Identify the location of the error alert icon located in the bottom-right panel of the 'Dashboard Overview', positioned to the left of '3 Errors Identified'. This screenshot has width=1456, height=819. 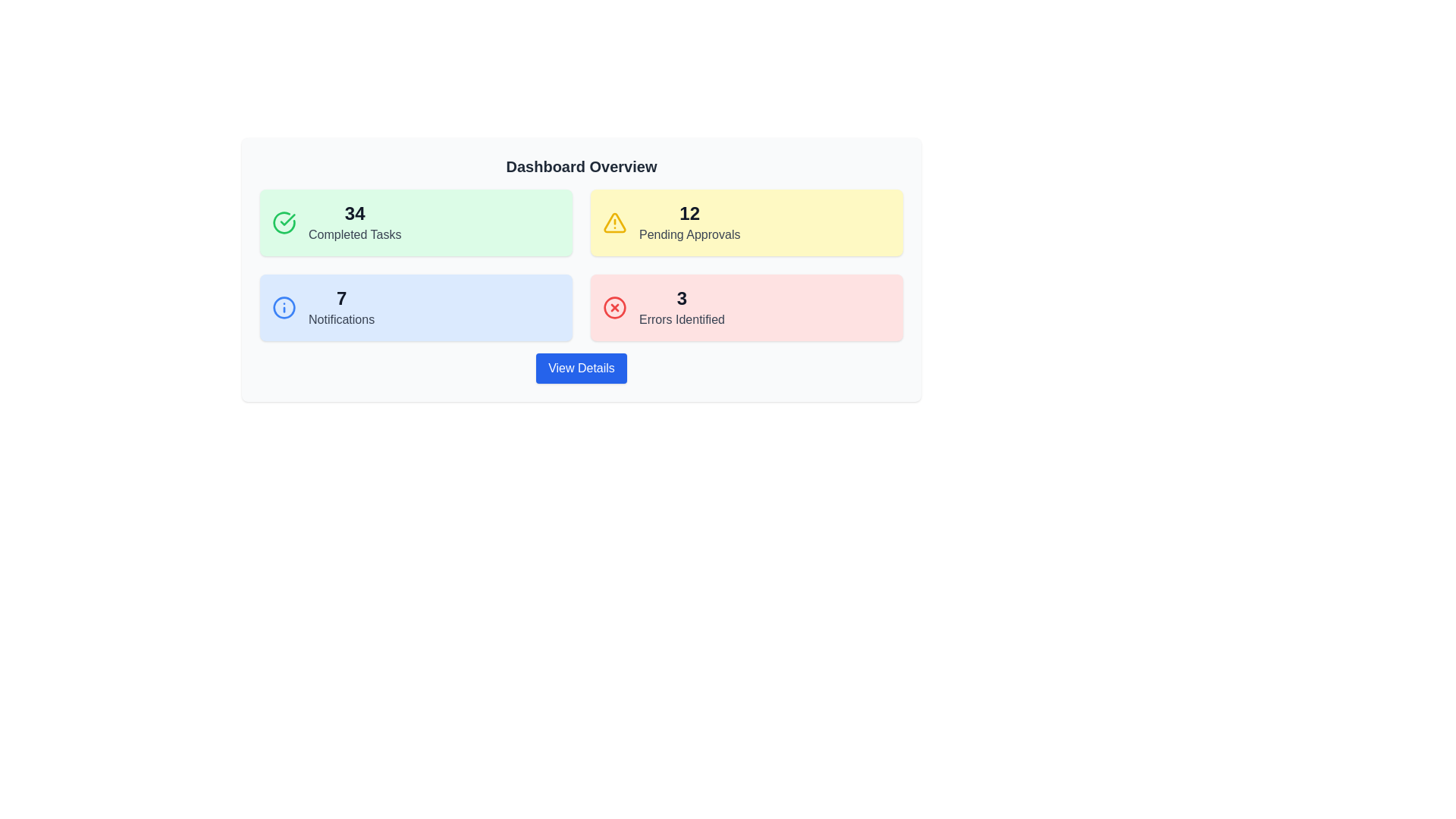
(615, 307).